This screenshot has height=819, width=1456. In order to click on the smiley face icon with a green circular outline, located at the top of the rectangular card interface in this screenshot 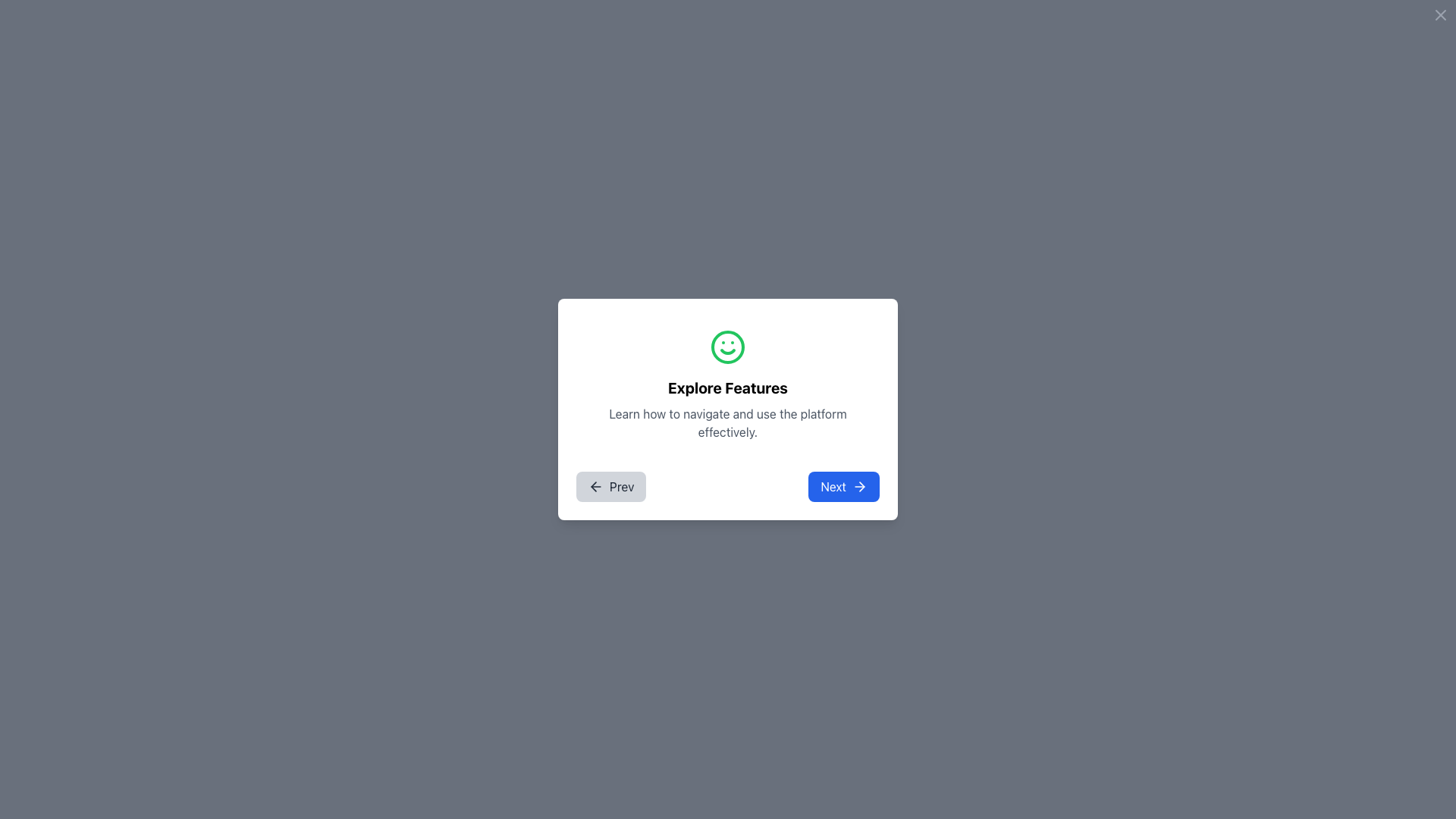, I will do `click(728, 347)`.